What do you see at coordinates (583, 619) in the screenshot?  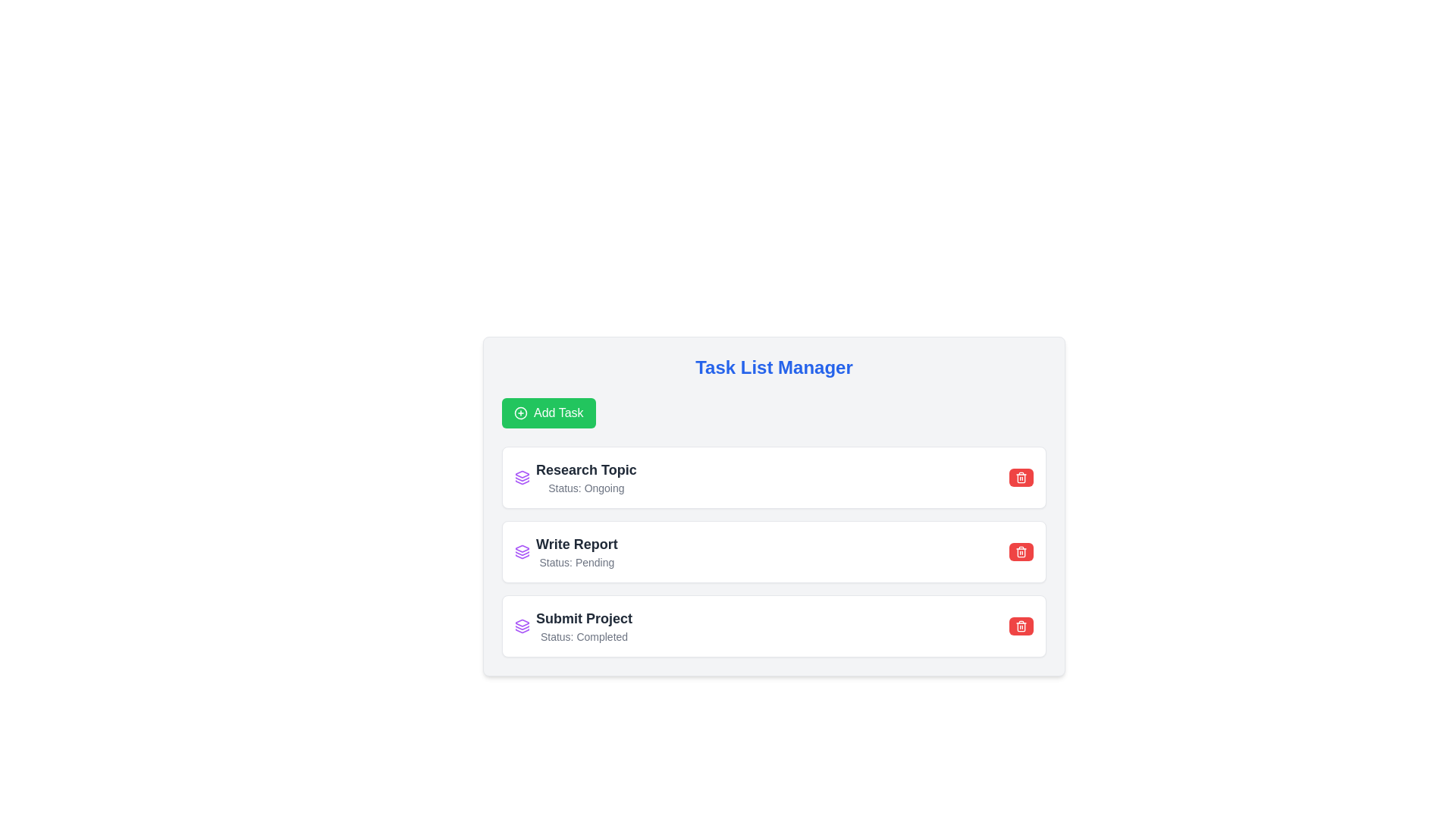 I see `the 'Submit Project' text label, which is a bold, larger font styled label located at the bottom of the task summary card` at bounding box center [583, 619].